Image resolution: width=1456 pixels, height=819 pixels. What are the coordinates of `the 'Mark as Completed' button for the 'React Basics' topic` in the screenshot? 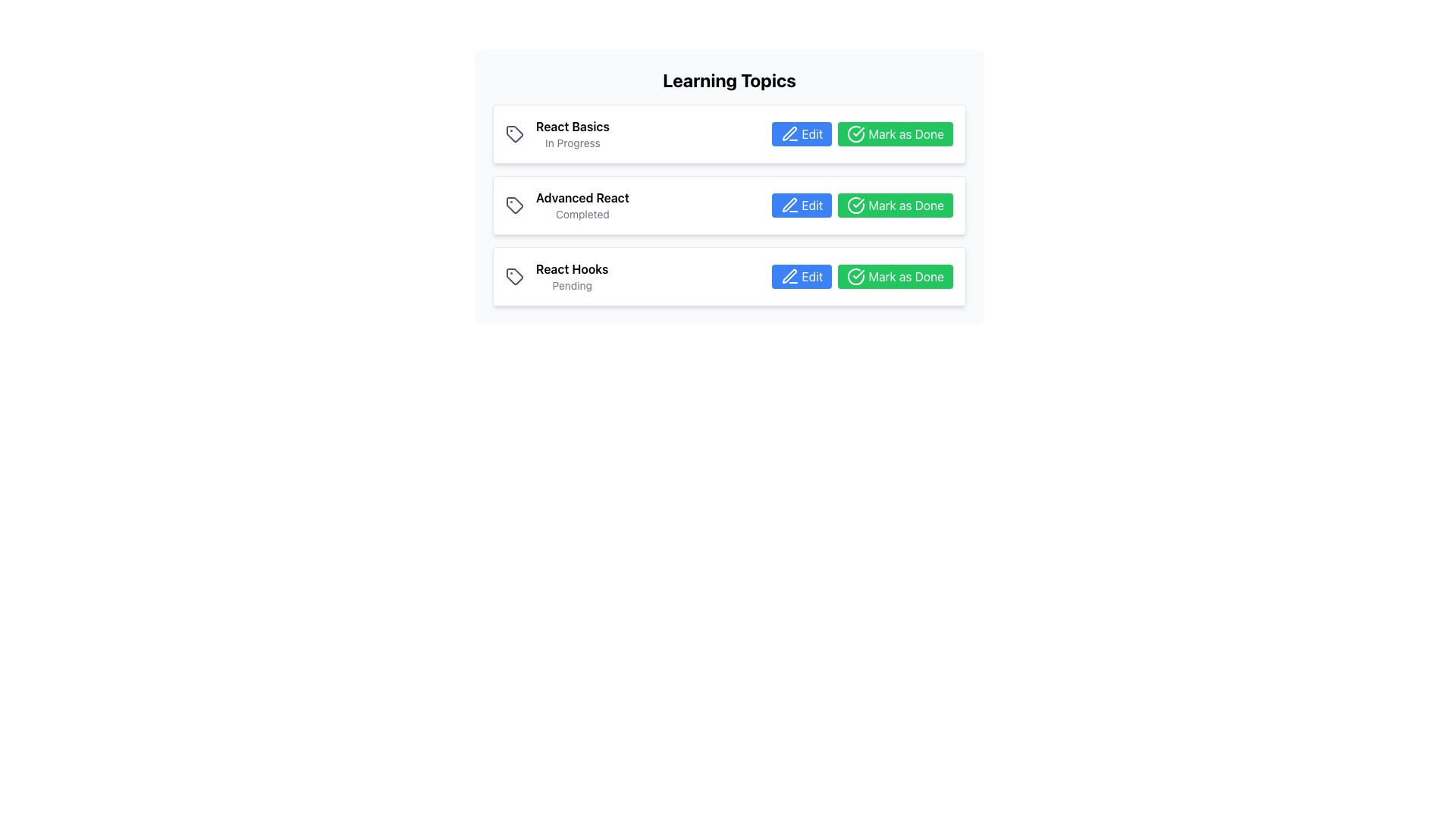 It's located at (862, 133).